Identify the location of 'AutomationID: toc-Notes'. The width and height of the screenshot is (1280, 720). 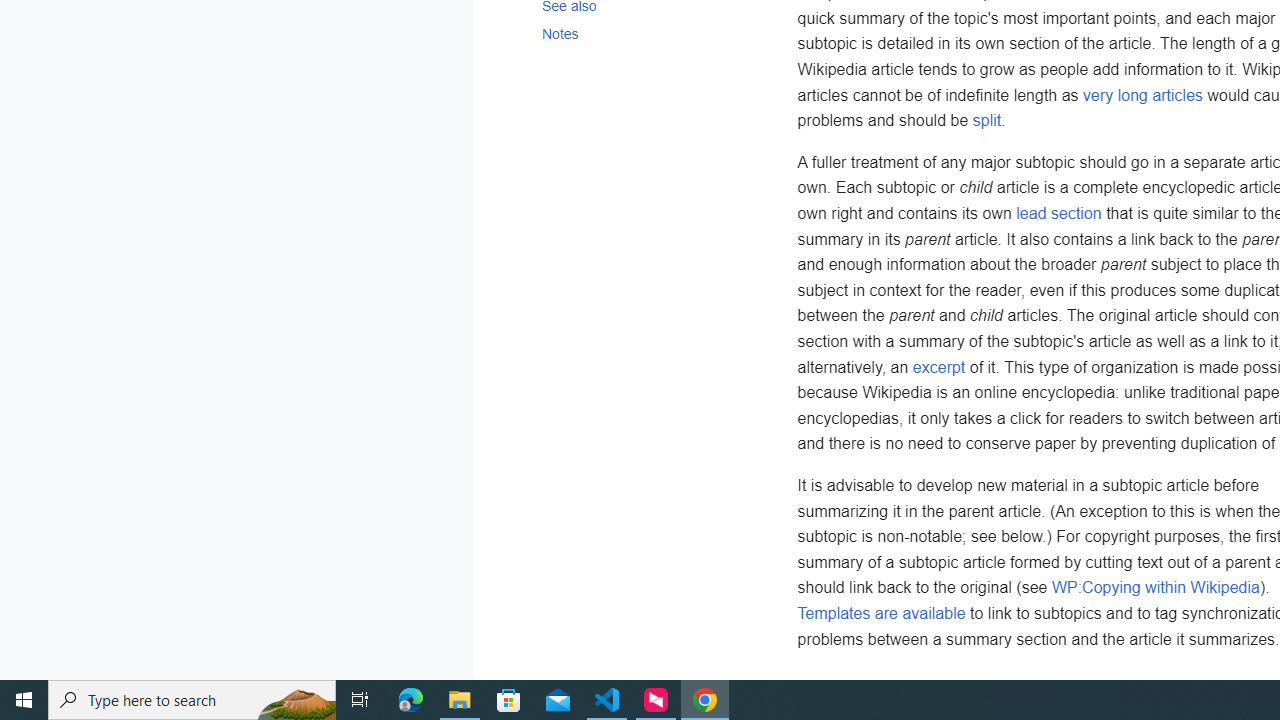
(643, 33).